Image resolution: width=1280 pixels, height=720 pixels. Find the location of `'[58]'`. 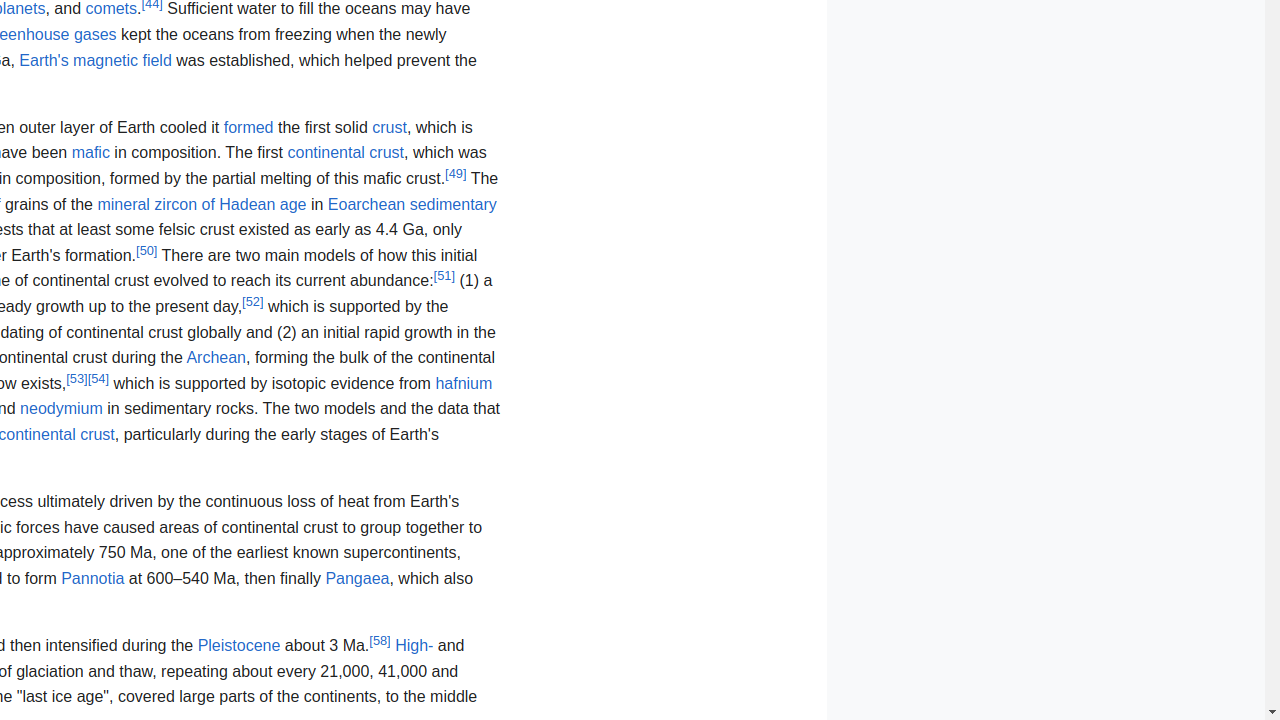

'[58]' is located at coordinates (380, 640).